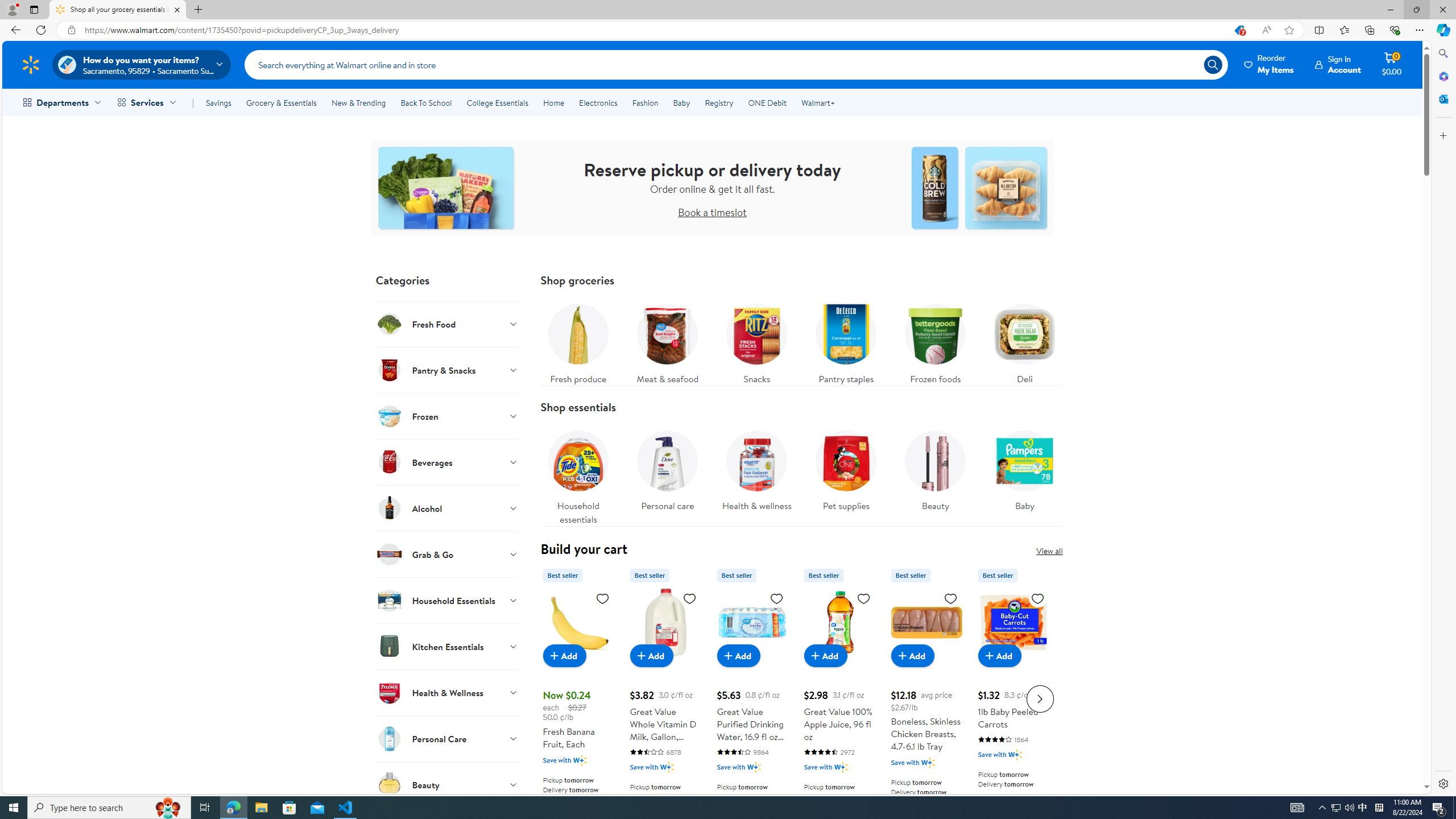  I want to click on 'Kitchen Essentials', so click(446, 646).